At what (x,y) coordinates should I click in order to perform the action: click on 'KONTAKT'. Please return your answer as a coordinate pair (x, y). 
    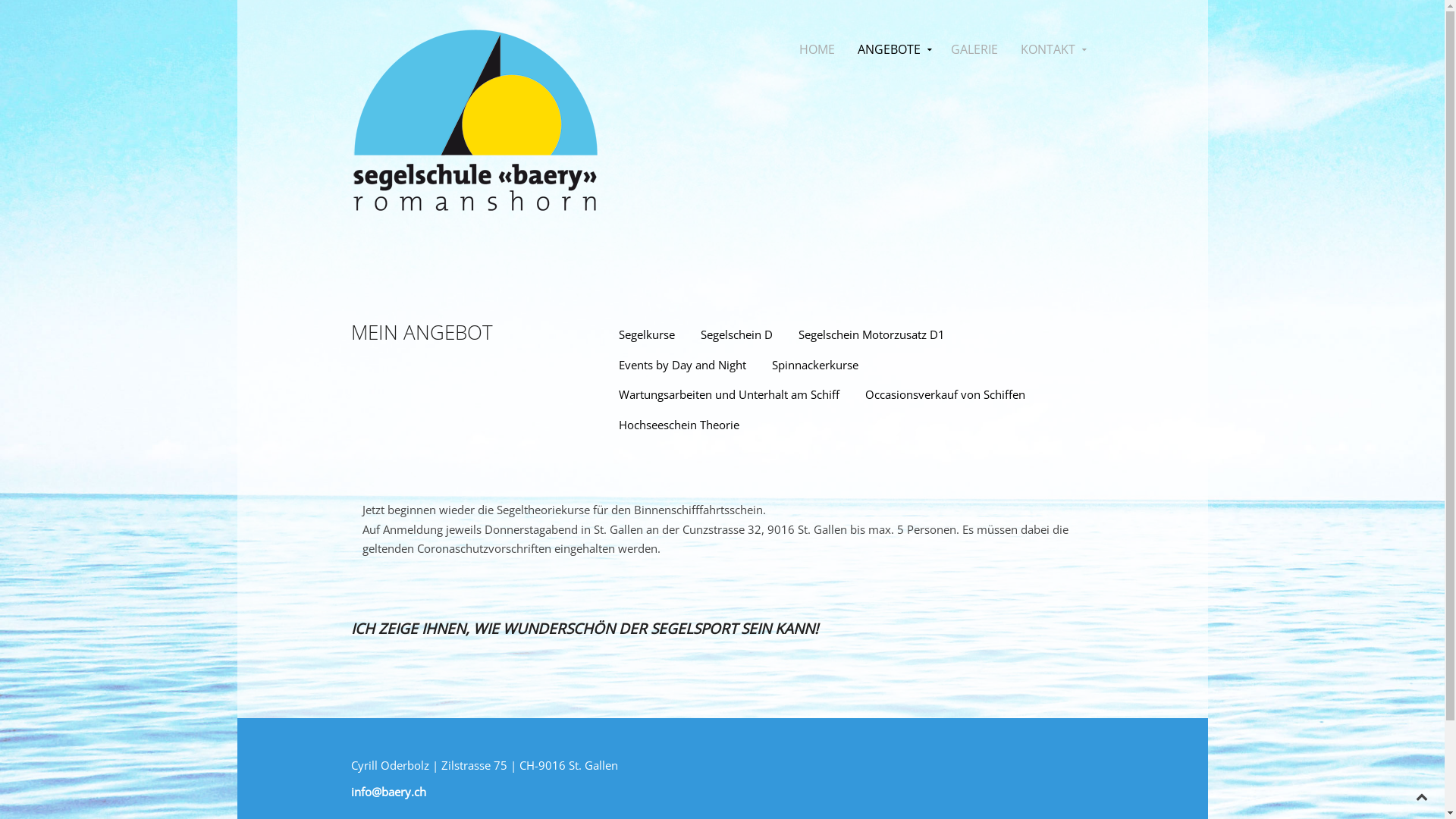
    Looking at the image, I should click on (1050, 49).